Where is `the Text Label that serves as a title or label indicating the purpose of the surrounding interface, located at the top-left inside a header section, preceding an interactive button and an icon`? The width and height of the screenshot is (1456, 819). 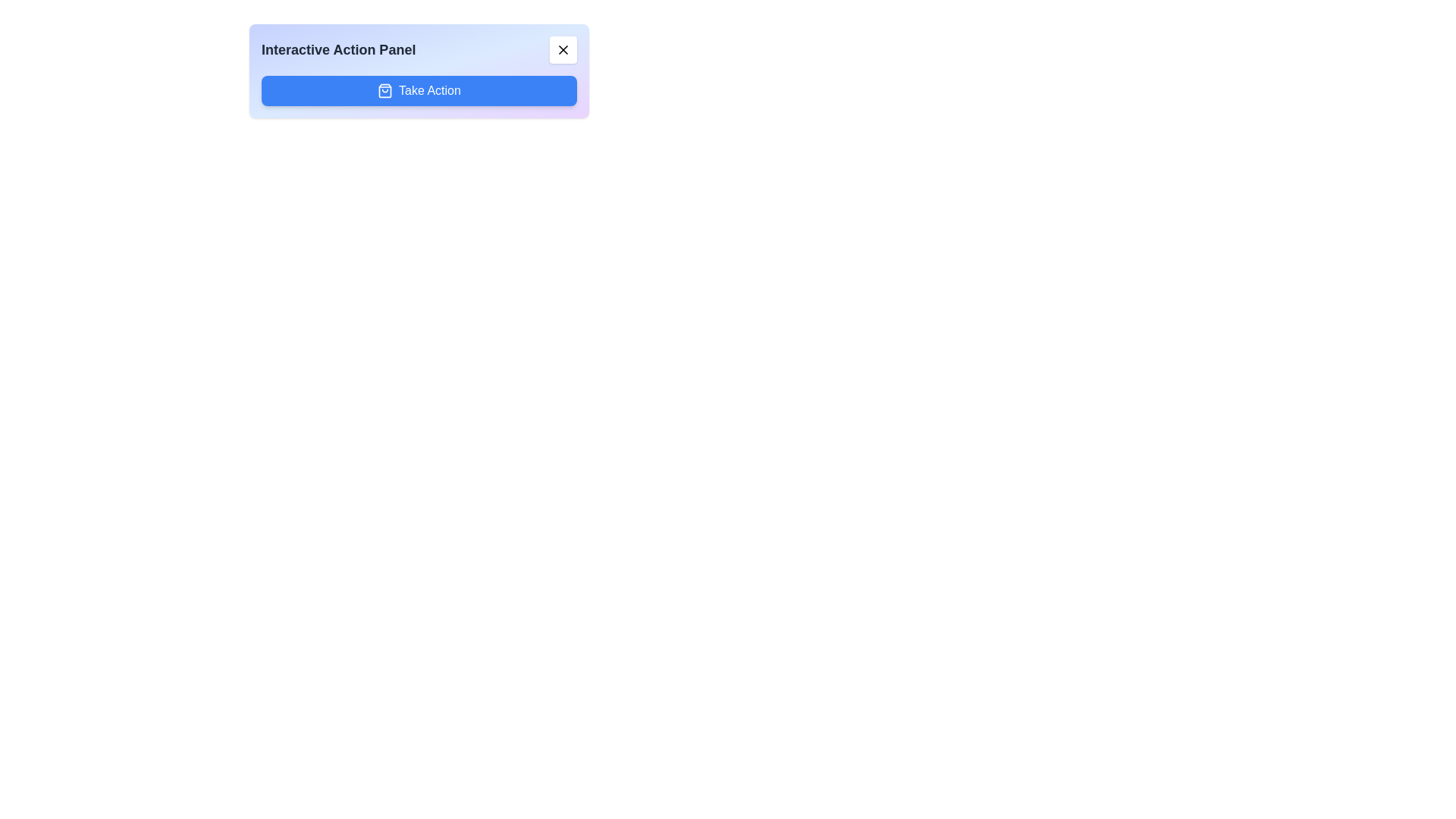
the Text Label that serves as a title or label indicating the purpose of the surrounding interface, located at the top-left inside a header section, preceding an interactive button and an icon is located at coordinates (337, 49).